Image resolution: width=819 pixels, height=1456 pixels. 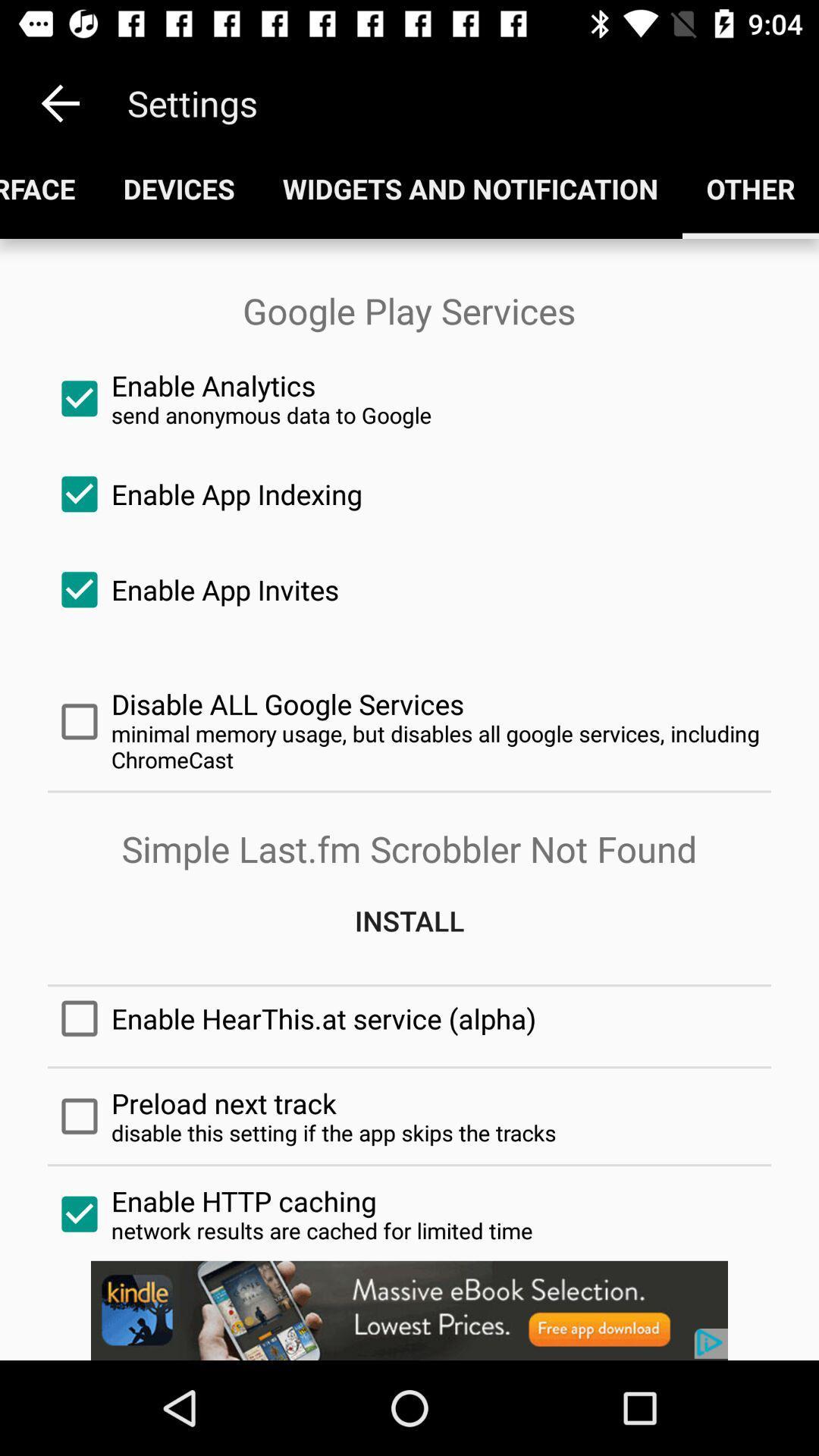 I want to click on select2 lines text which is above enable http caching on the page, so click(x=409, y=1116).